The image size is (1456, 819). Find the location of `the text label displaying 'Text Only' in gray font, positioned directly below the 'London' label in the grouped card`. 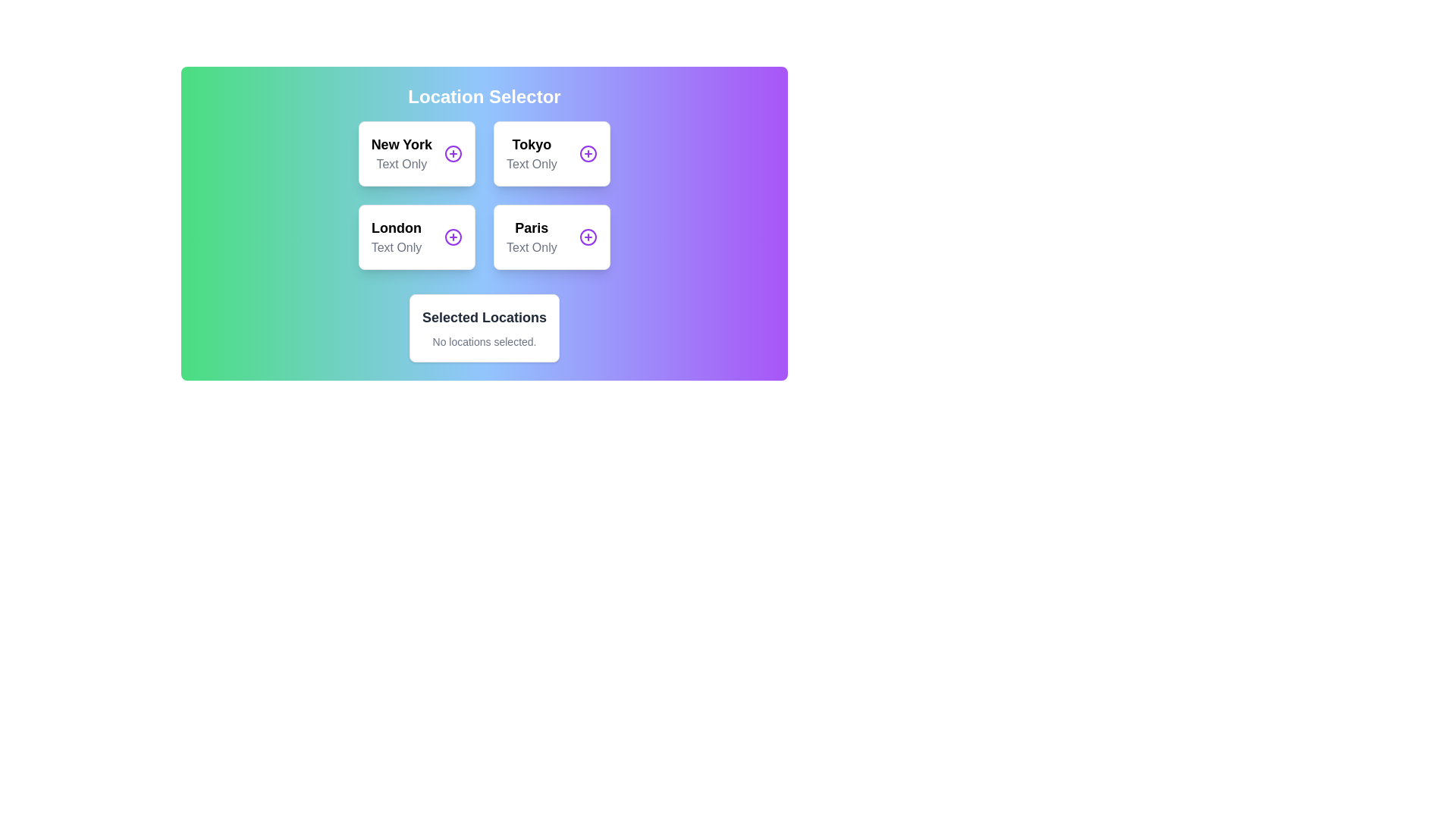

the text label displaying 'Text Only' in gray font, positioned directly below the 'London' label in the grouped card is located at coordinates (397, 247).